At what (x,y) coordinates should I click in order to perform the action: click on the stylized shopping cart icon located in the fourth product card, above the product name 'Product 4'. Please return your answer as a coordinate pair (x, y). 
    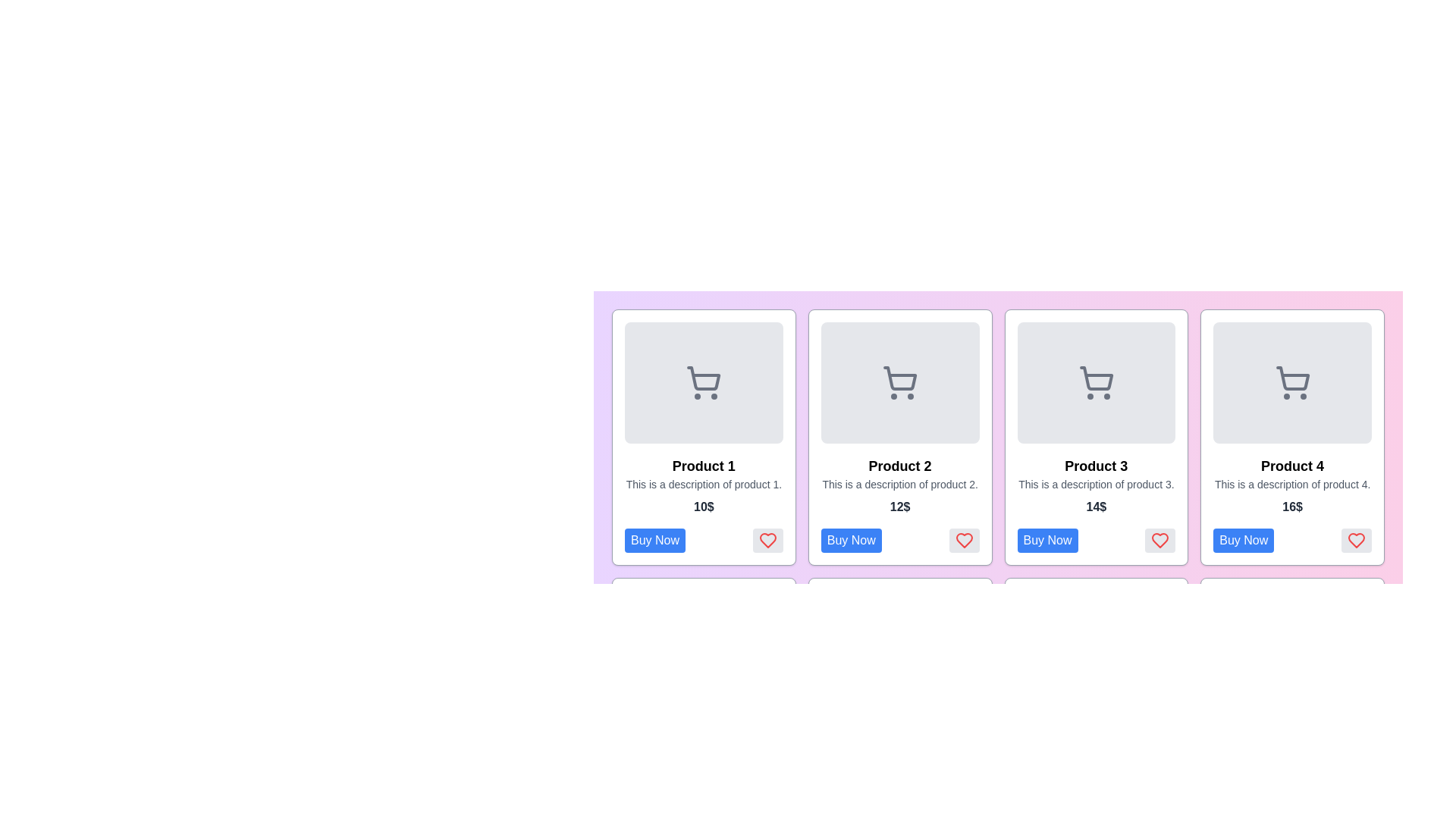
    Looking at the image, I should click on (1291, 378).